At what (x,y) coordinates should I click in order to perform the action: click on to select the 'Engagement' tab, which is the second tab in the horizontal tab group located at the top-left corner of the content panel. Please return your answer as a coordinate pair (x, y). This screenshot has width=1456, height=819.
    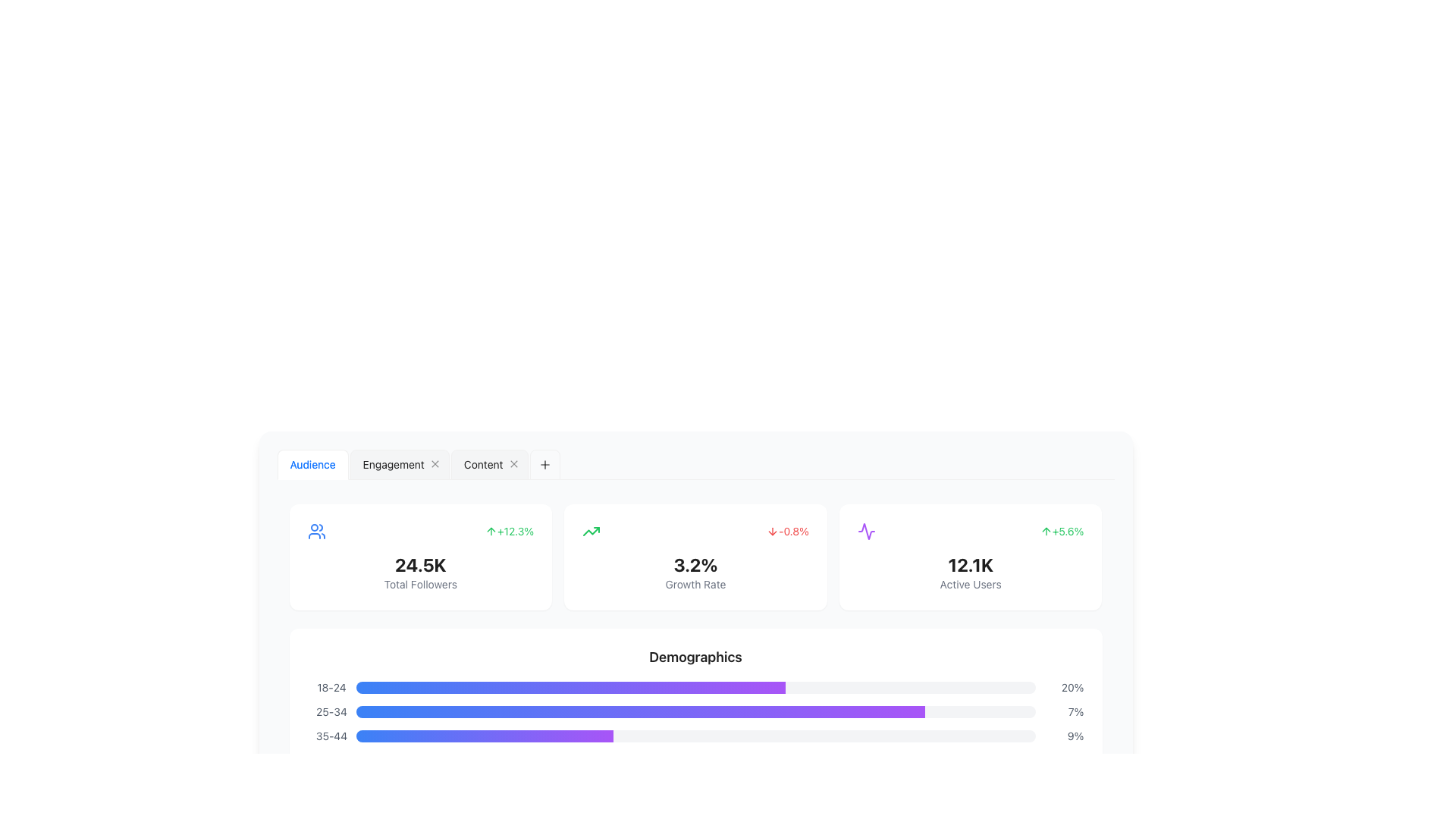
    Looking at the image, I should click on (393, 464).